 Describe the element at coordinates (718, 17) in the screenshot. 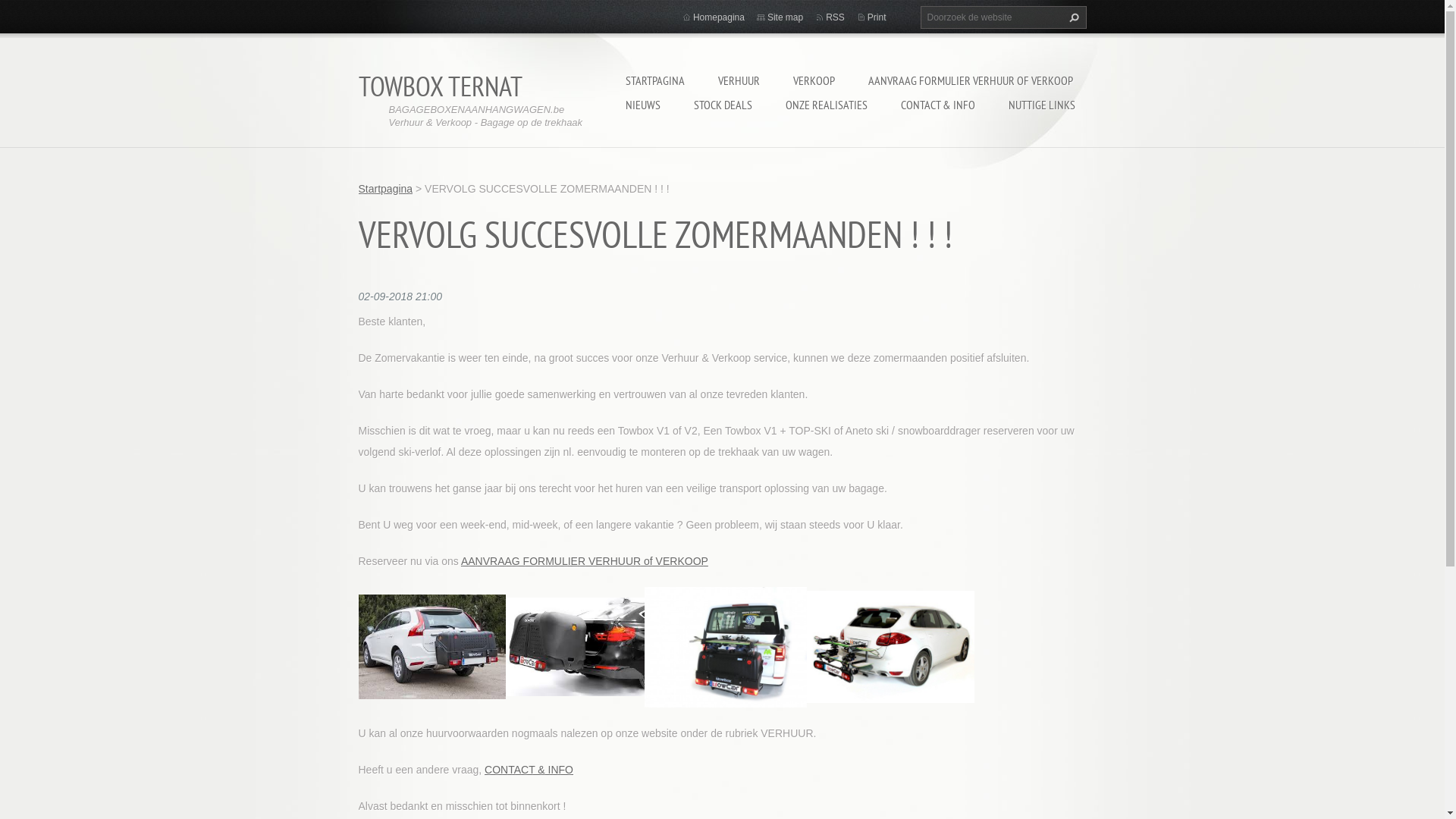

I see `'Homepagina'` at that location.